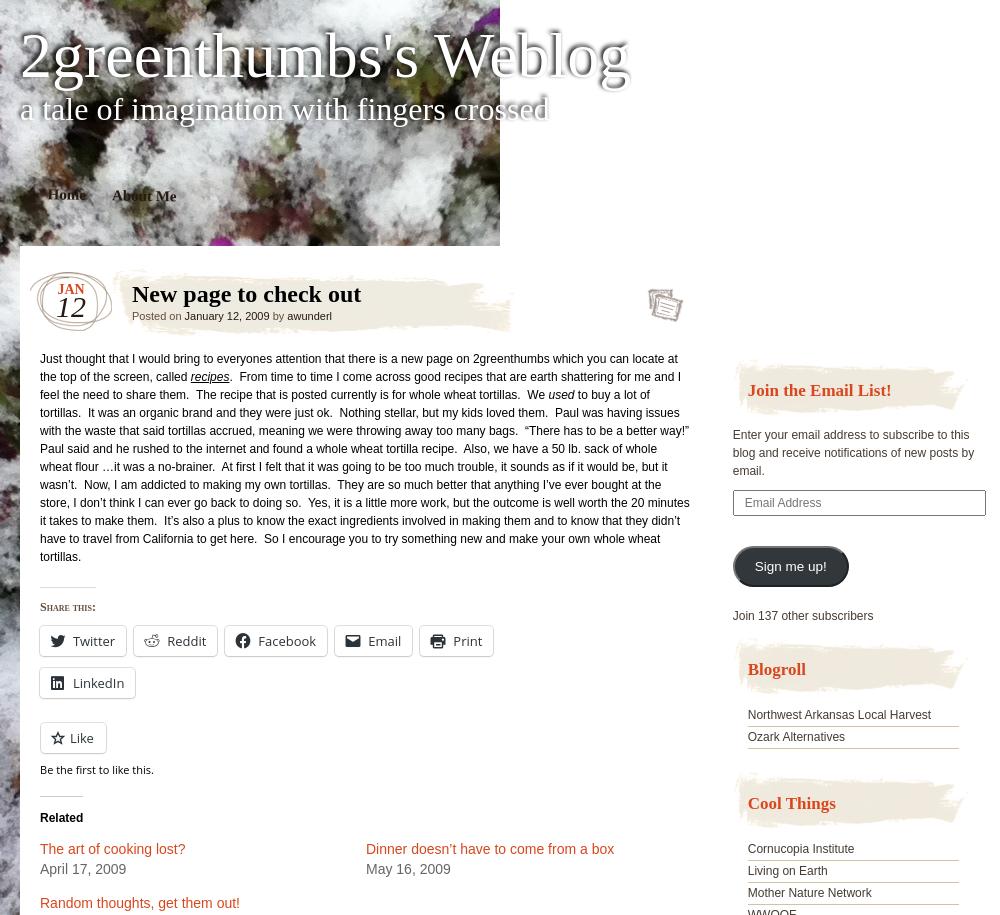  I want to click on 'LinkedIn', so click(97, 681).